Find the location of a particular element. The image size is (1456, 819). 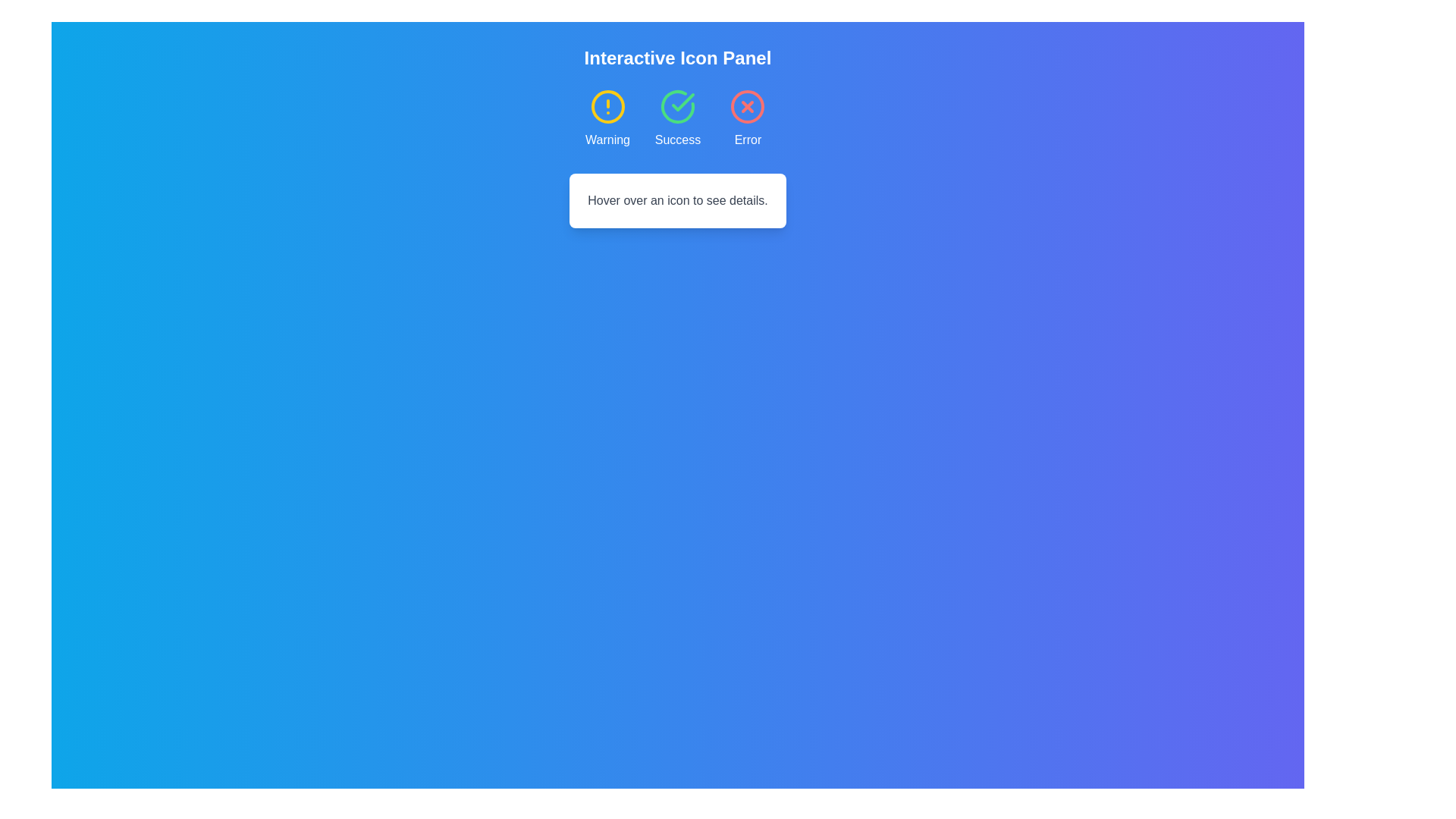

the 'Success' icon with a circular checkmark under the 'Interactive Icon Panel' is located at coordinates (676, 118).